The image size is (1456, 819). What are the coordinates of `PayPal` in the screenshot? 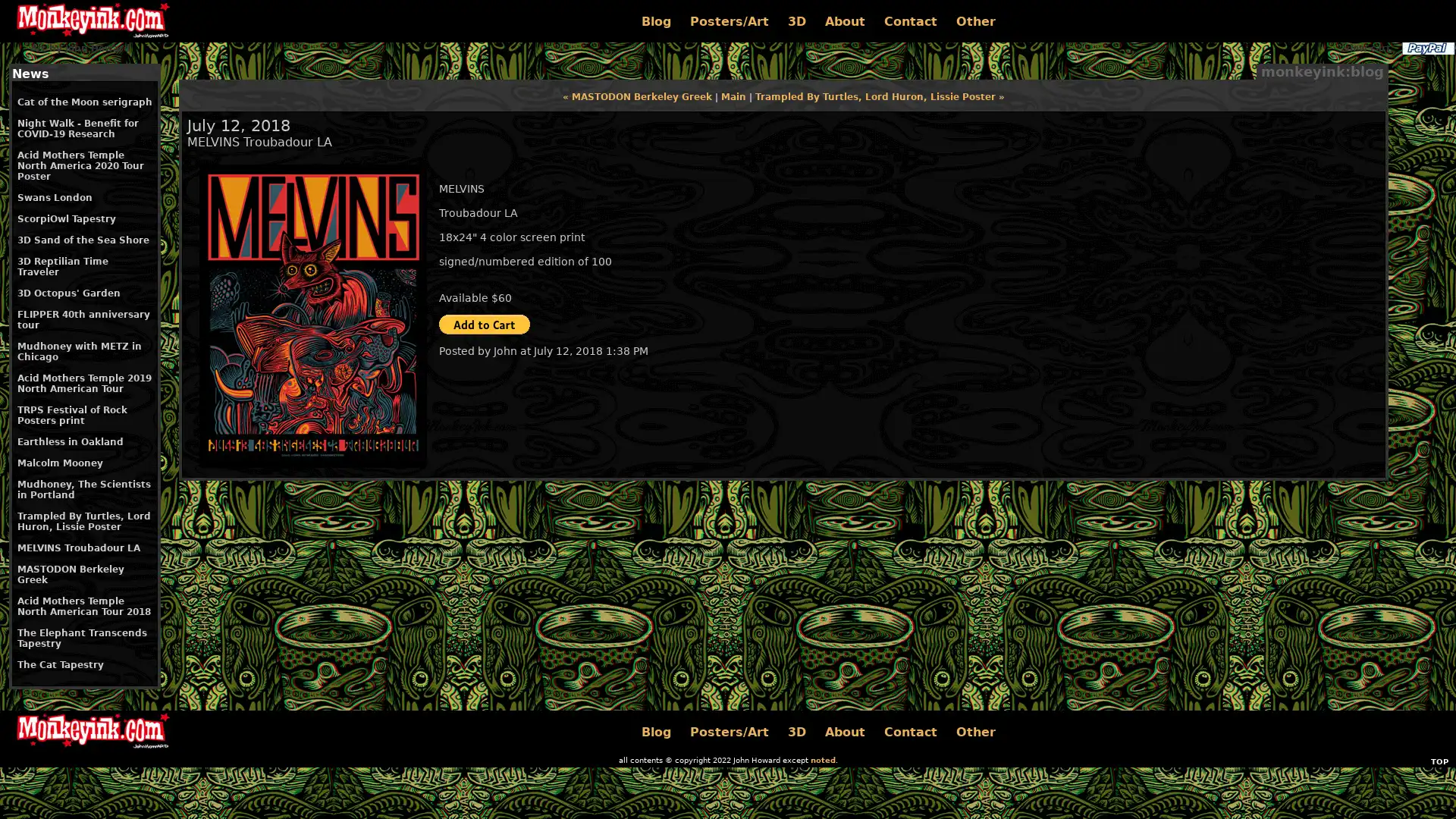 It's located at (1426, 48).